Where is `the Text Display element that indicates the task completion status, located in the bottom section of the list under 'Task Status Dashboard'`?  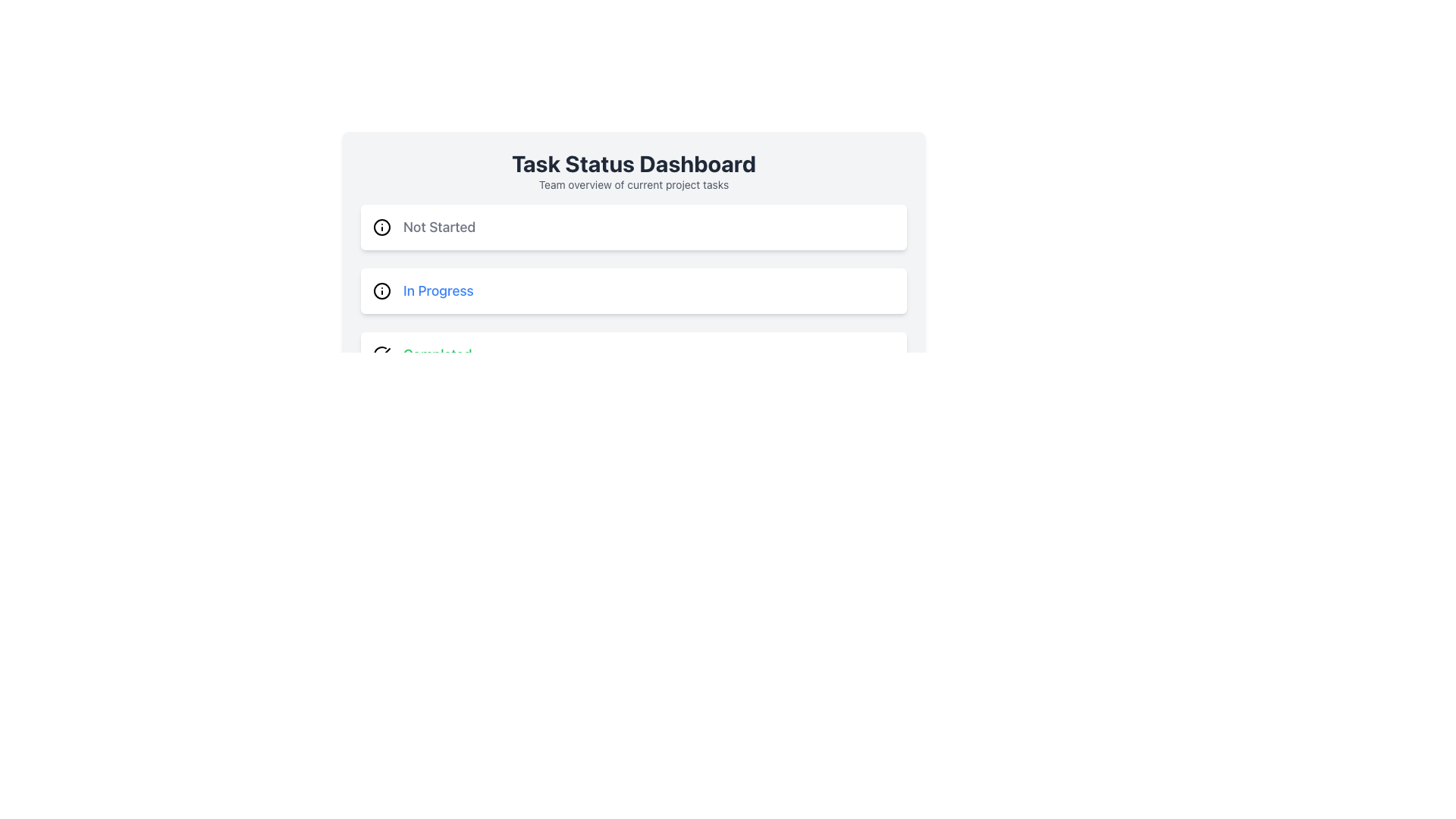
the Text Display element that indicates the task completion status, located in the bottom section of the list under 'Task Status Dashboard' is located at coordinates (437, 354).